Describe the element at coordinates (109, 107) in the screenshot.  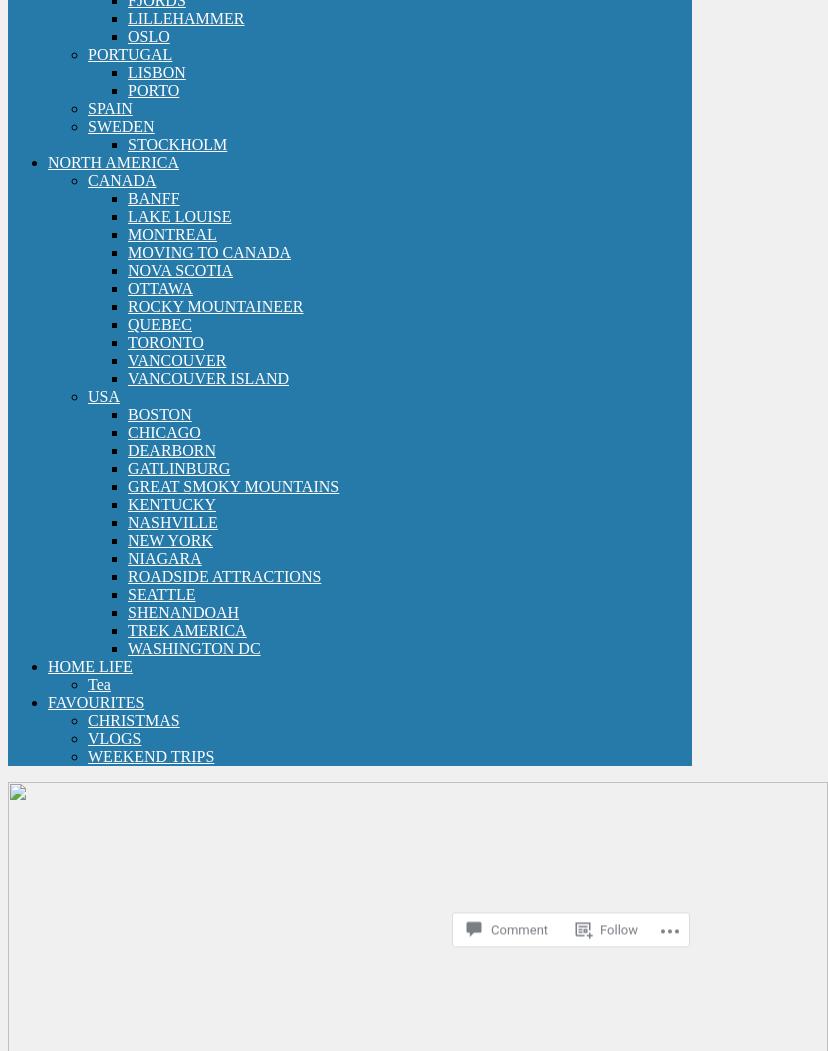
I see `'SPAIN'` at that location.